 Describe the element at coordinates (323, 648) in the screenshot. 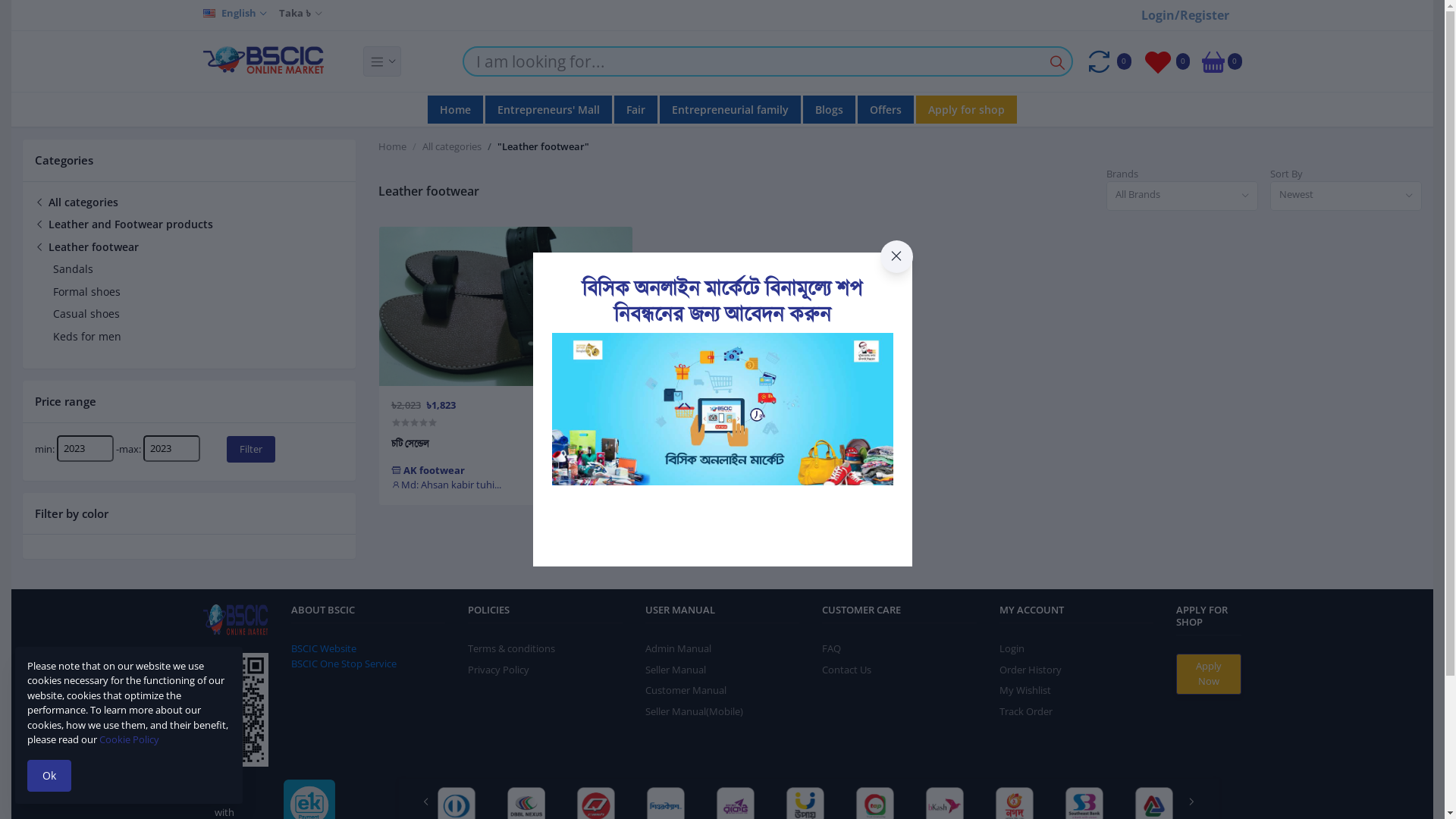

I see `'BSCIC Website'` at that location.